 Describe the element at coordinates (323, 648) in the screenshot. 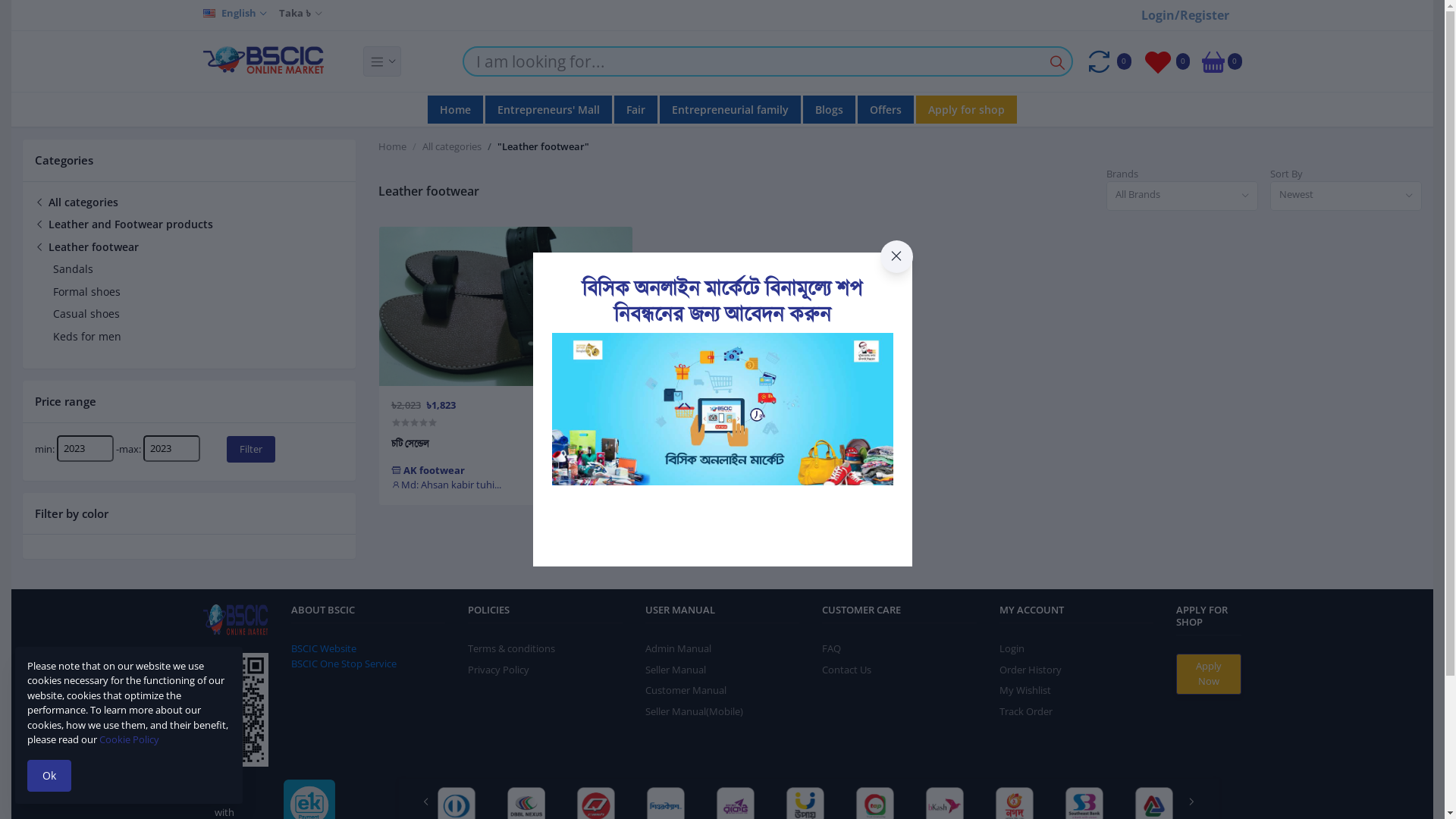

I see `'BSCIC Website'` at that location.